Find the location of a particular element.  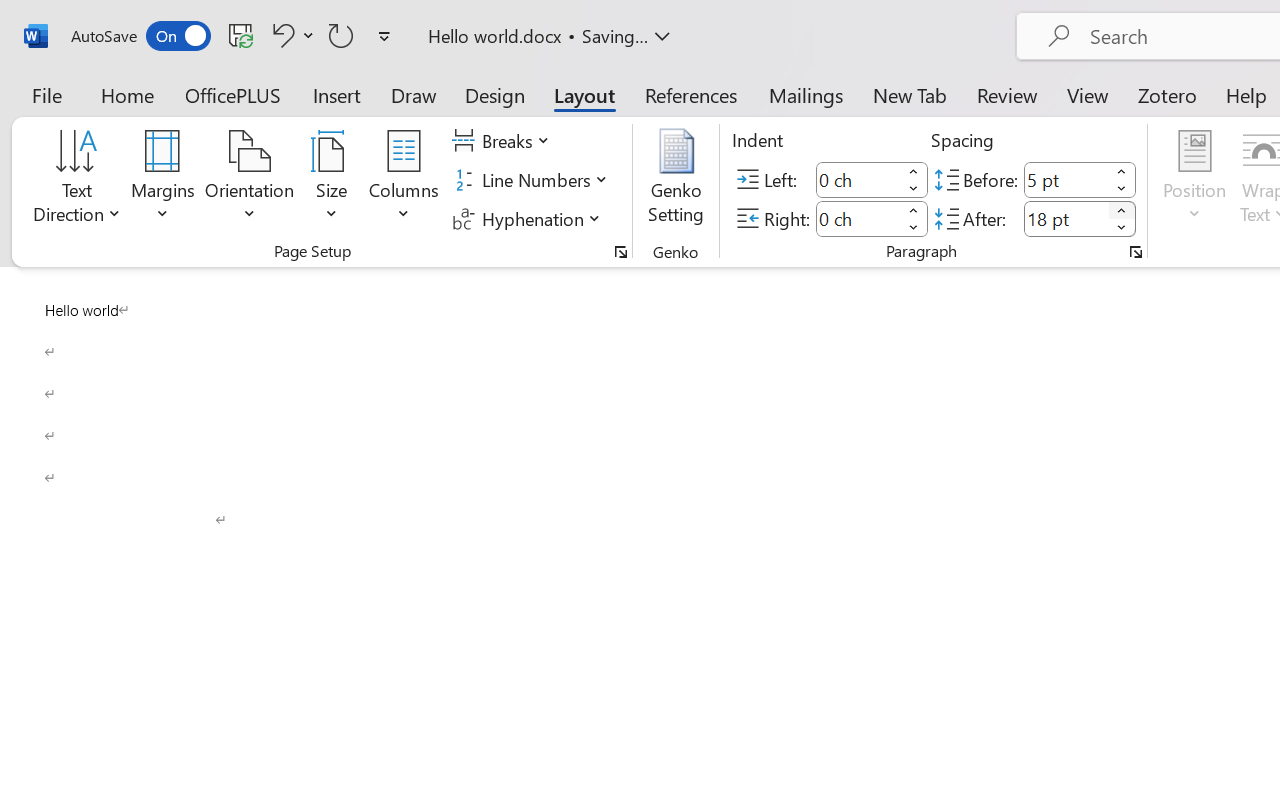

'Spacing After' is located at coordinates (1065, 218).